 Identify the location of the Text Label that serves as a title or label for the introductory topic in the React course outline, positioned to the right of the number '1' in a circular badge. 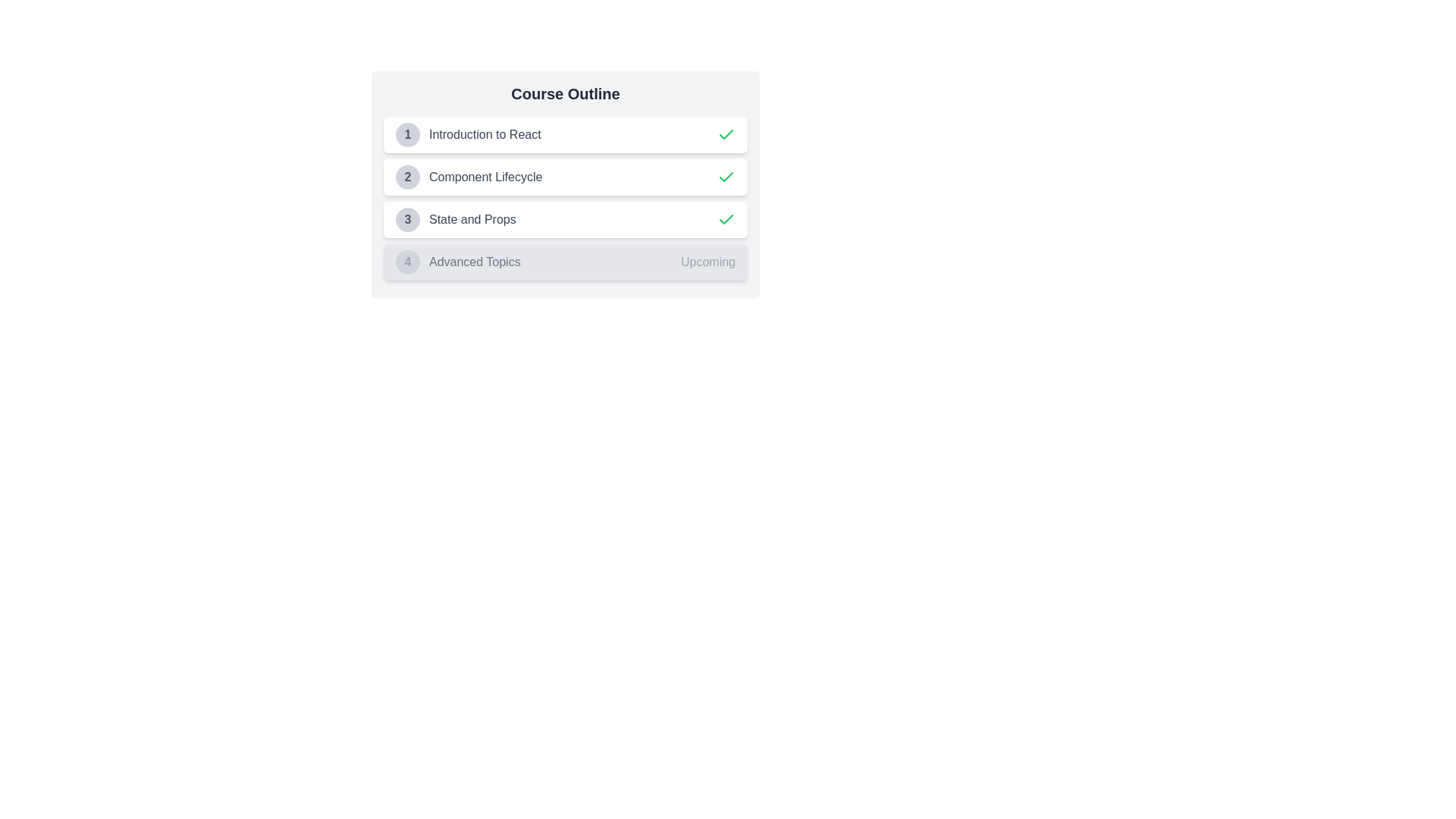
(484, 133).